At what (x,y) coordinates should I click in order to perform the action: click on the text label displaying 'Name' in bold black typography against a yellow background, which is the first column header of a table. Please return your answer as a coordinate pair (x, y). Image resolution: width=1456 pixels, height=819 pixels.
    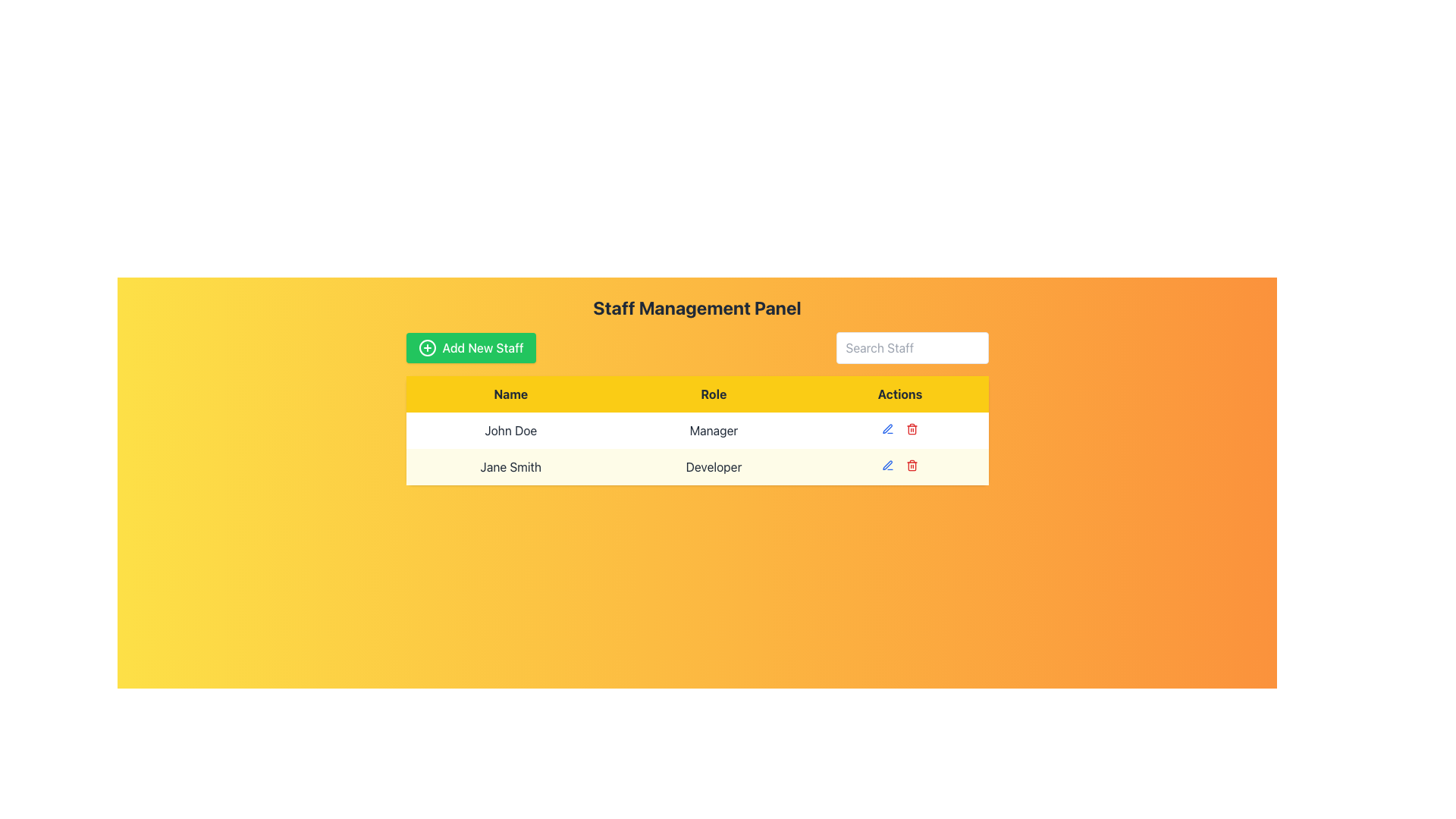
    Looking at the image, I should click on (510, 394).